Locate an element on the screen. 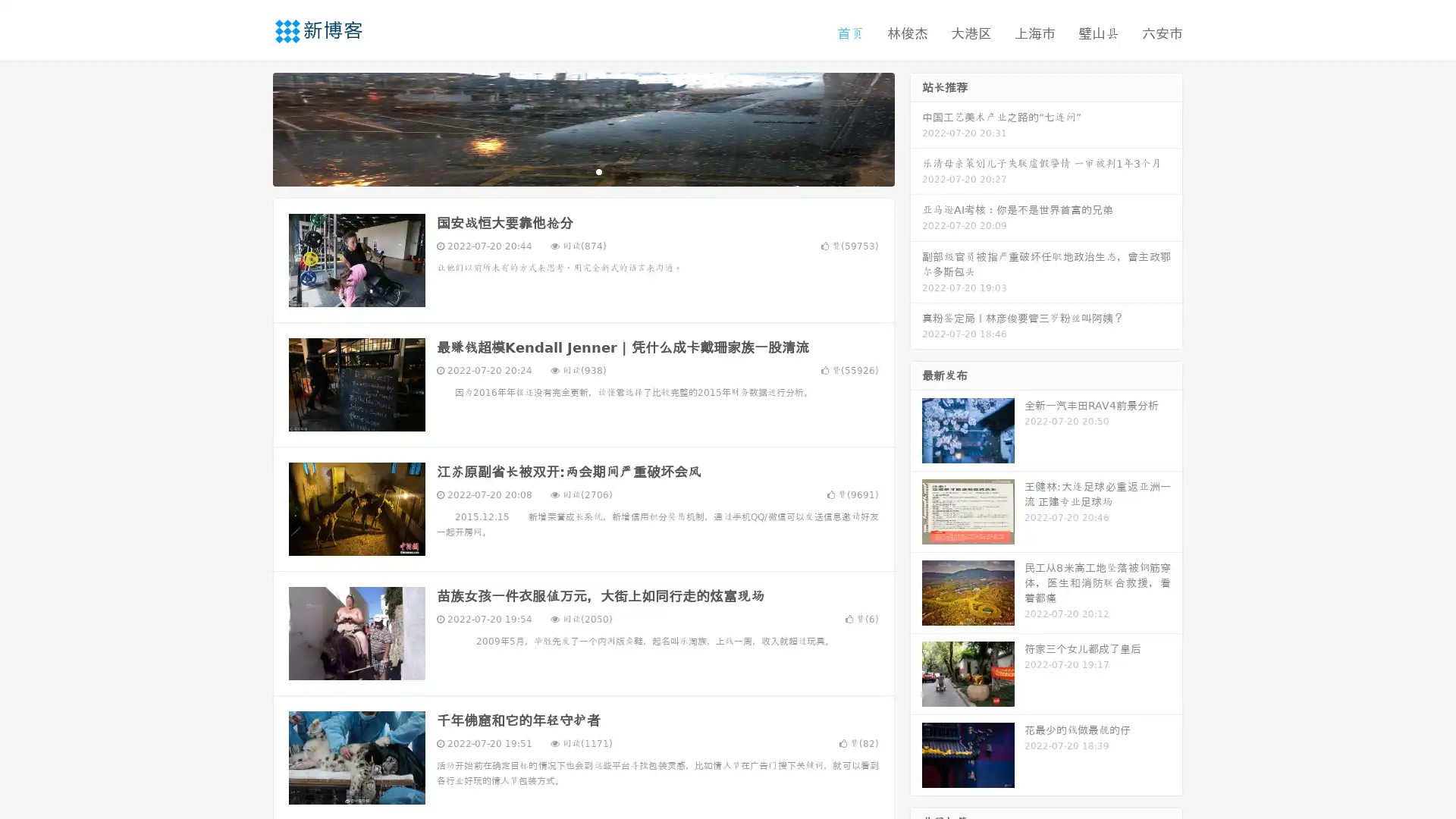  Go to slide 1 is located at coordinates (567, 171).